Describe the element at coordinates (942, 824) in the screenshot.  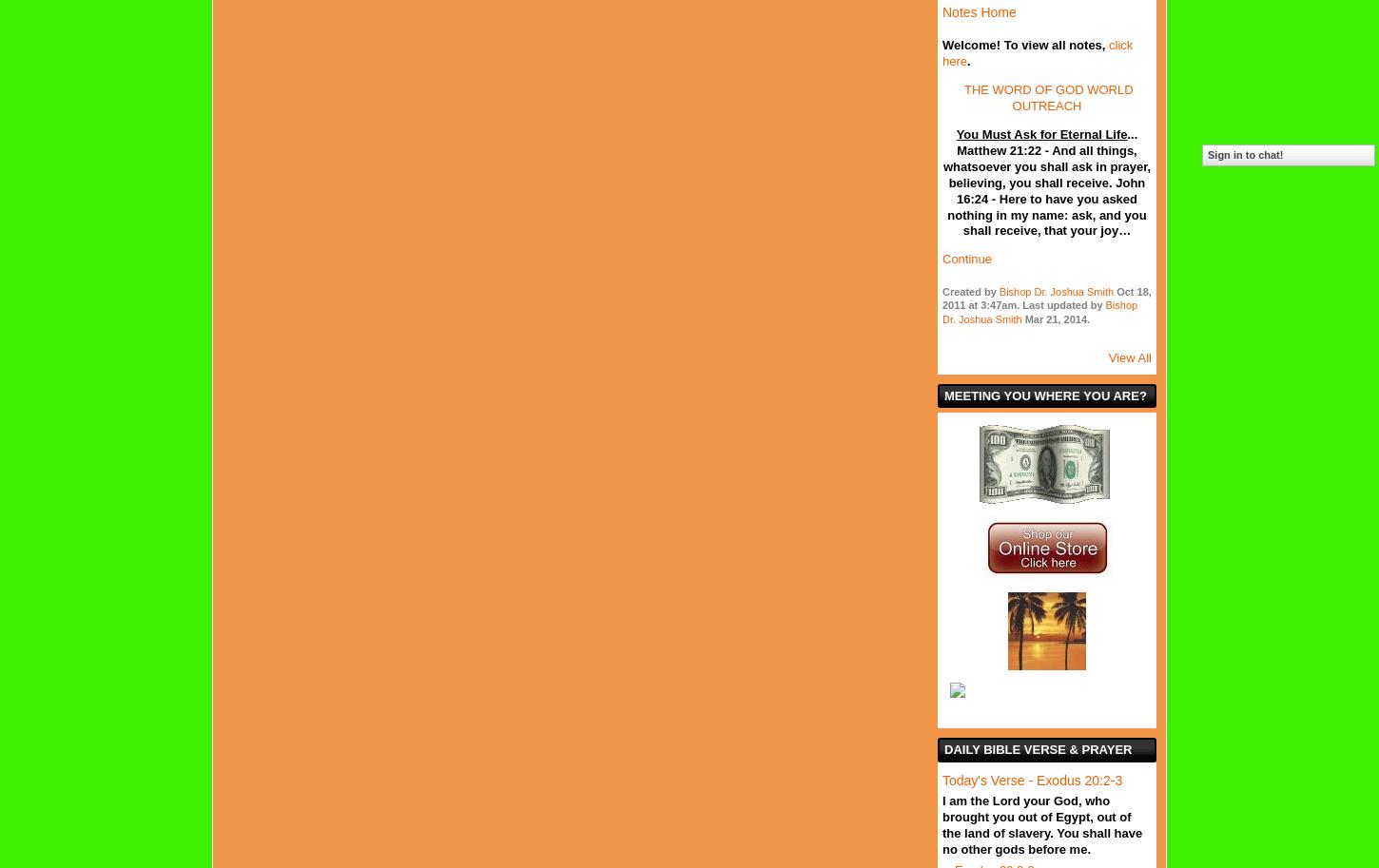
I see `'I am the Lord your God, who brought you out of Egypt, out of the land of slavery. You shall have no other gods before me.'` at that location.